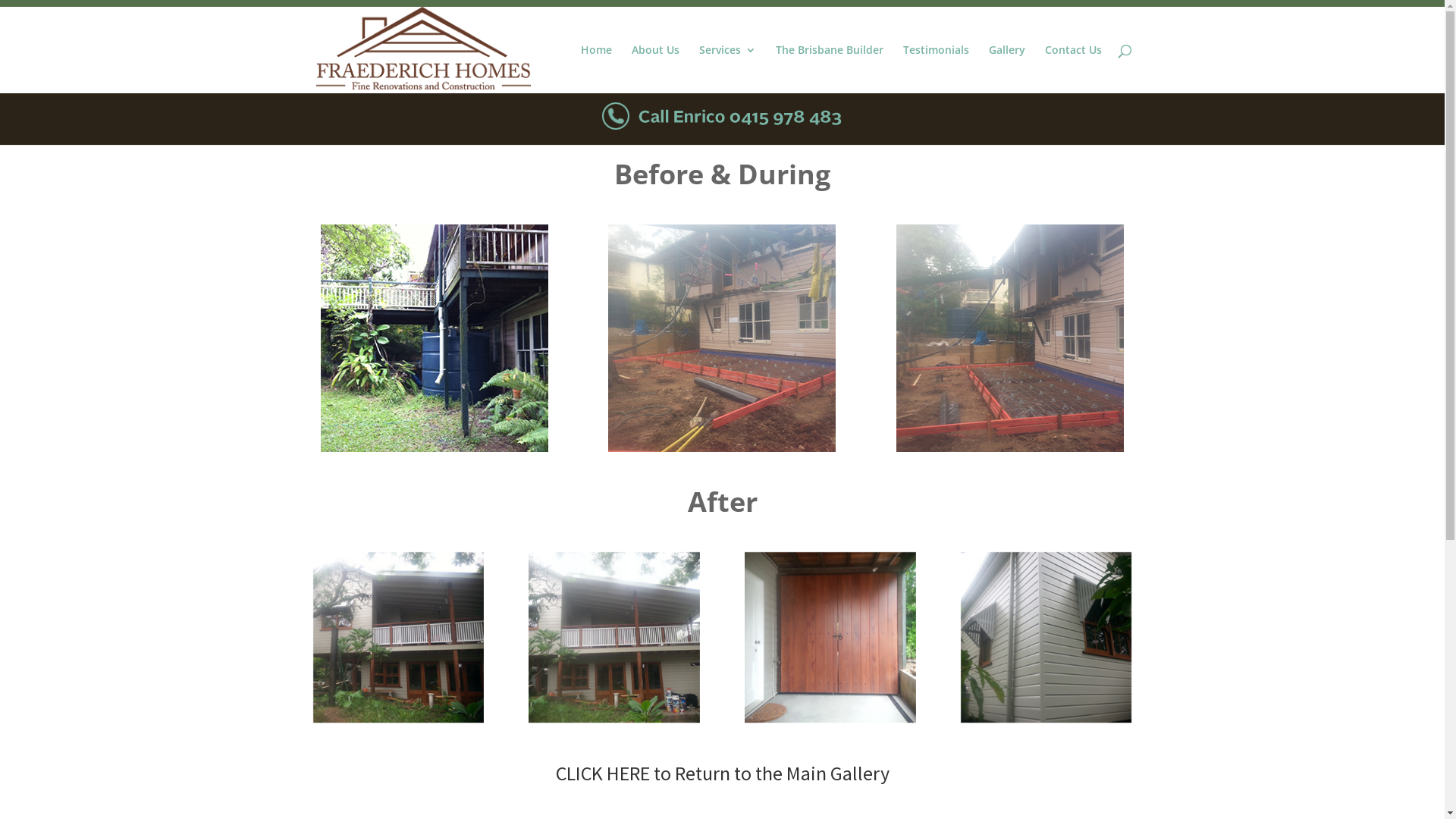 The height and width of the screenshot is (819, 1456). Describe the element at coordinates (896, 337) in the screenshot. I see `'Extend Upstairs and Down During 02'` at that location.